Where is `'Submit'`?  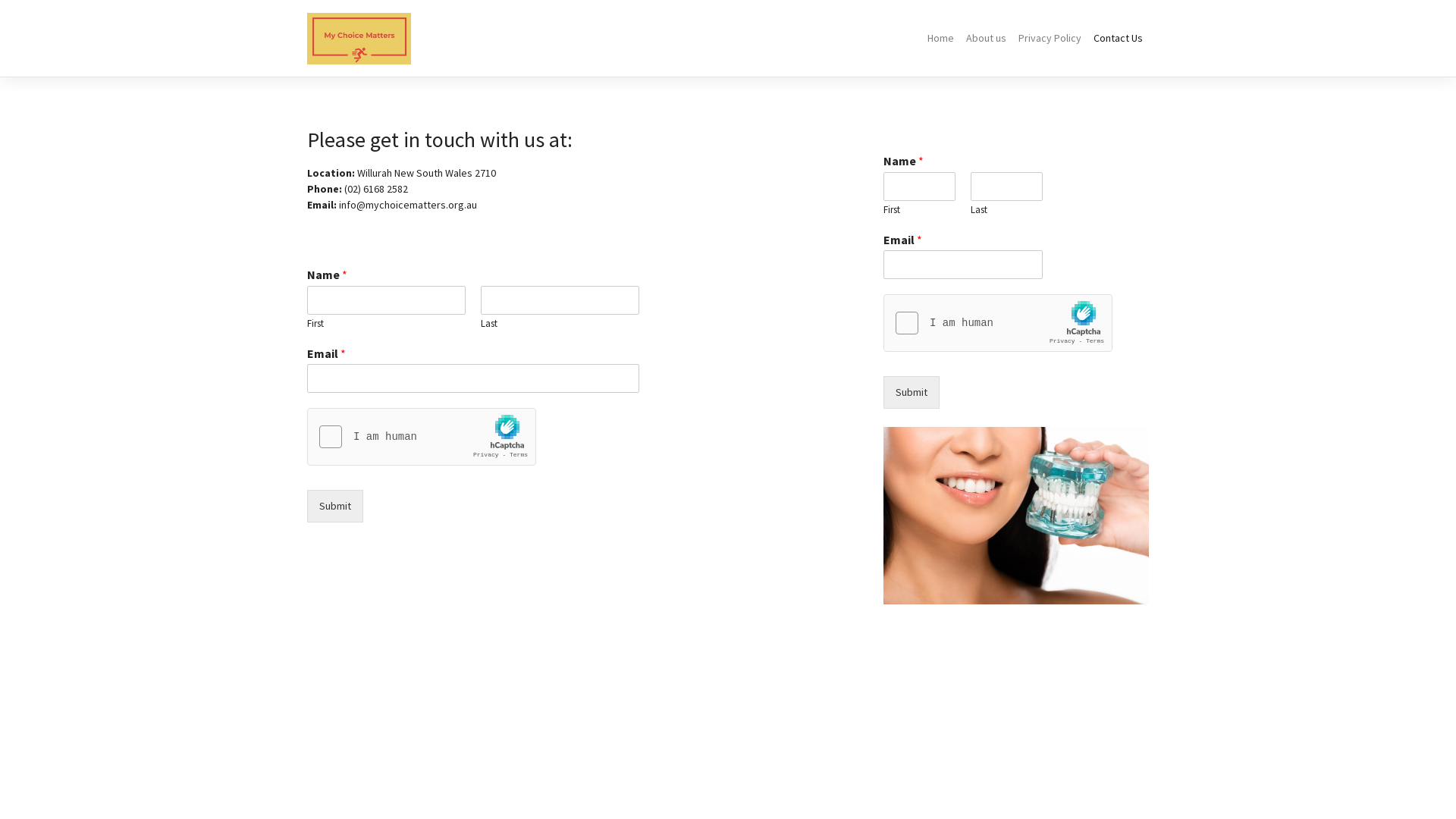 'Submit' is located at coordinates (334, 506).